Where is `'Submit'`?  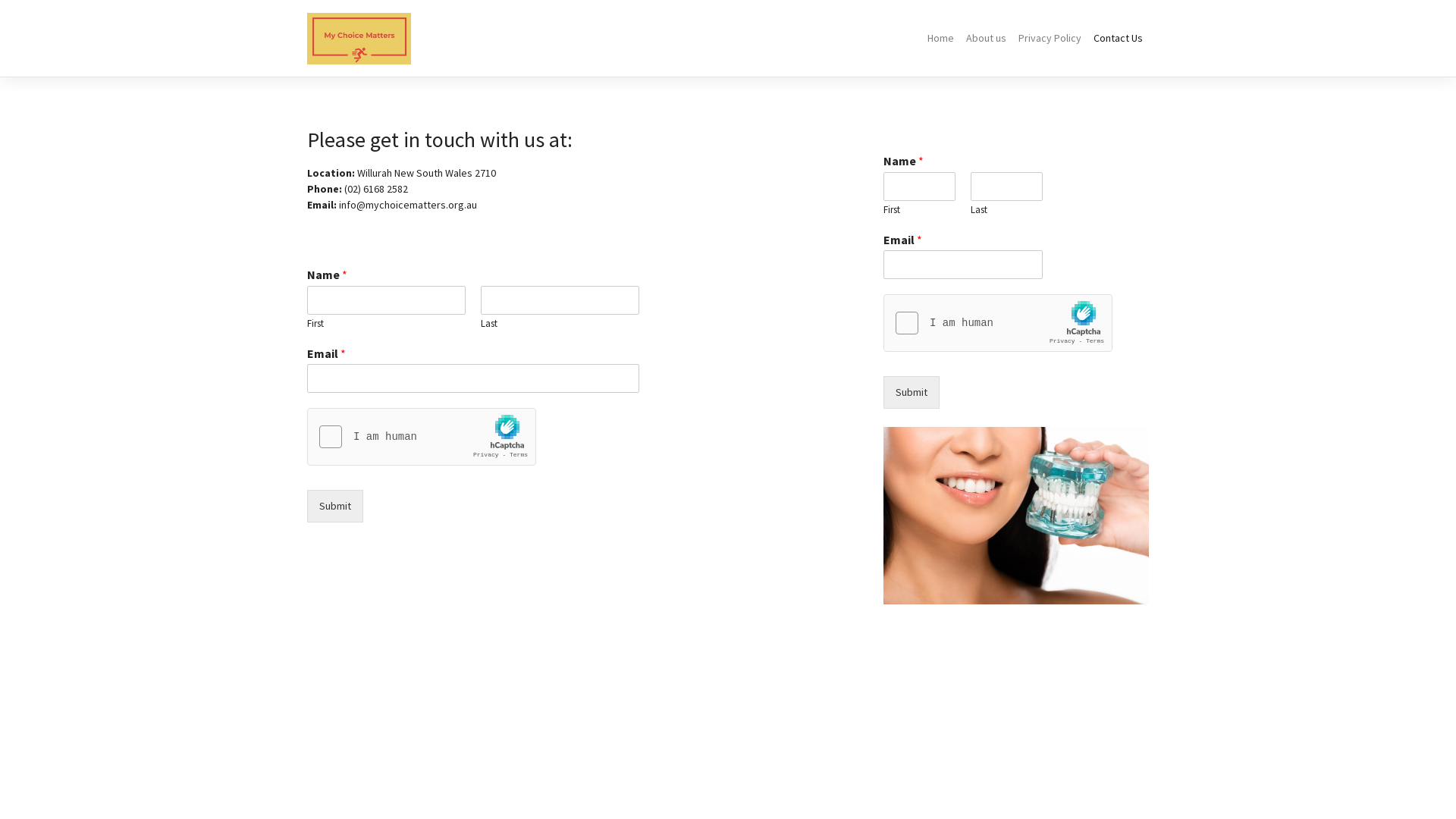 'Submit' is located at coordinates (334, 506).